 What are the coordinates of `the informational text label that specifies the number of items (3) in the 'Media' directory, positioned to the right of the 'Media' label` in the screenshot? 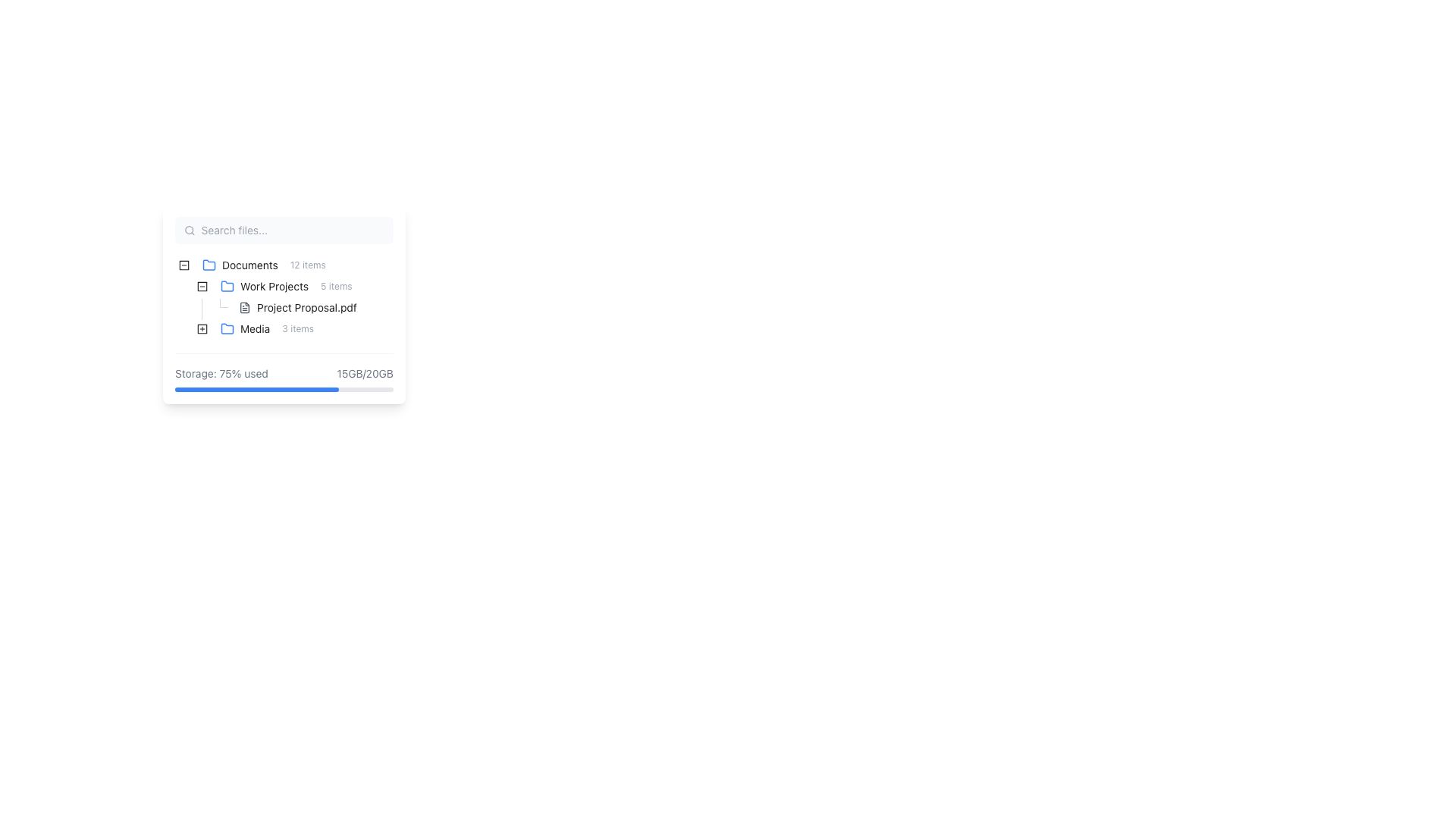 It's located at (298, 328).